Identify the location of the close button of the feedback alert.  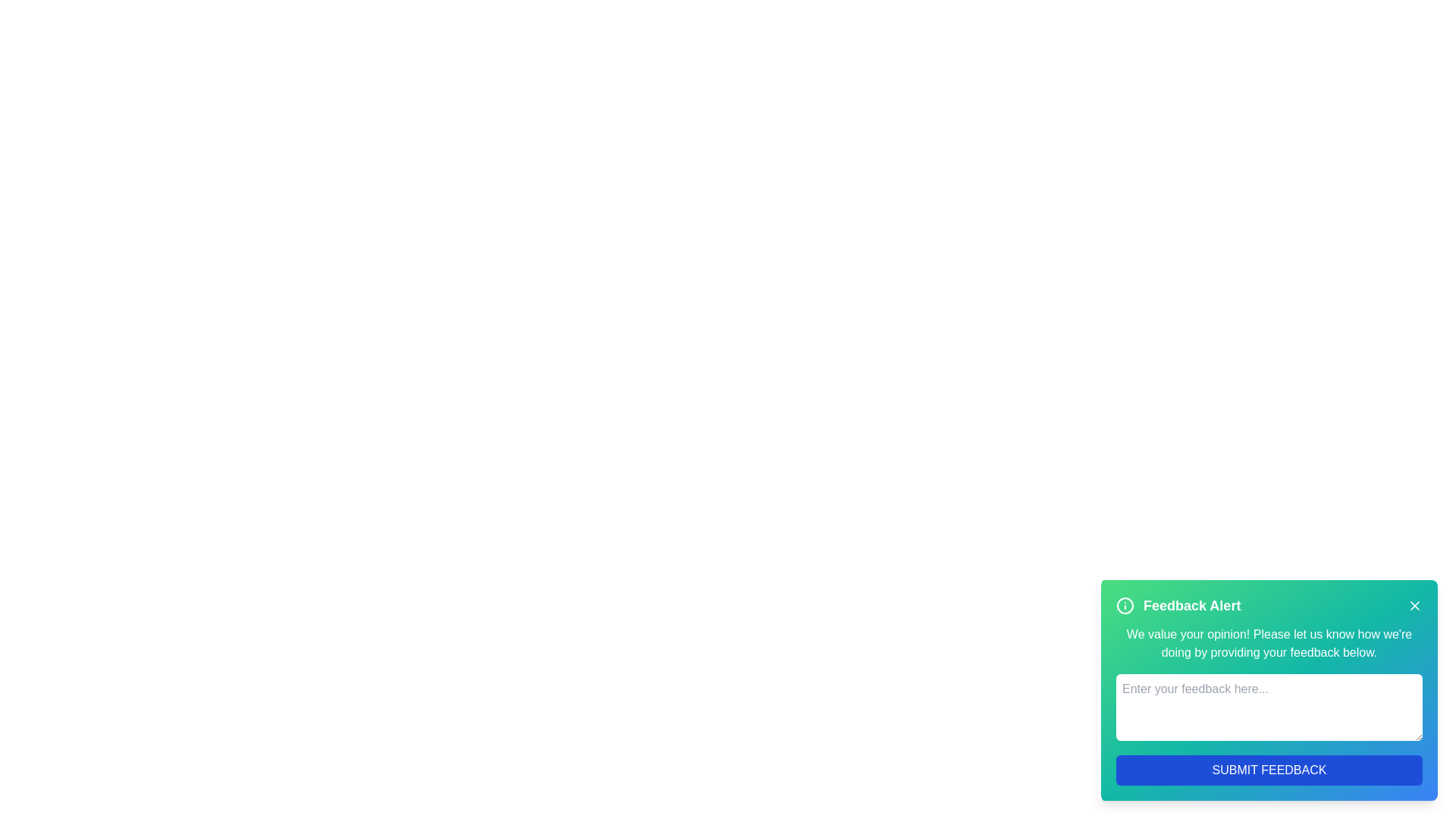
(1414, 604).